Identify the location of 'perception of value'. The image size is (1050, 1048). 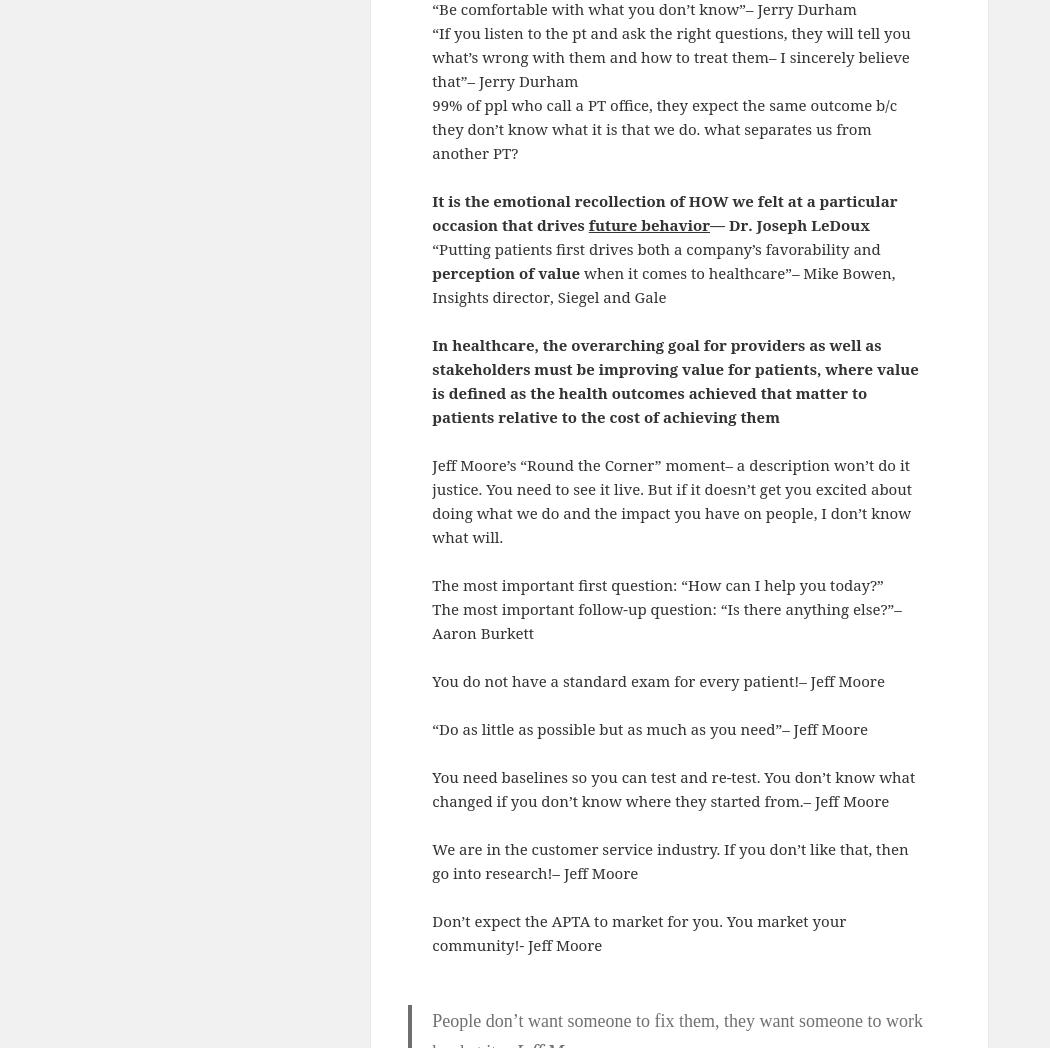
(504, 270).